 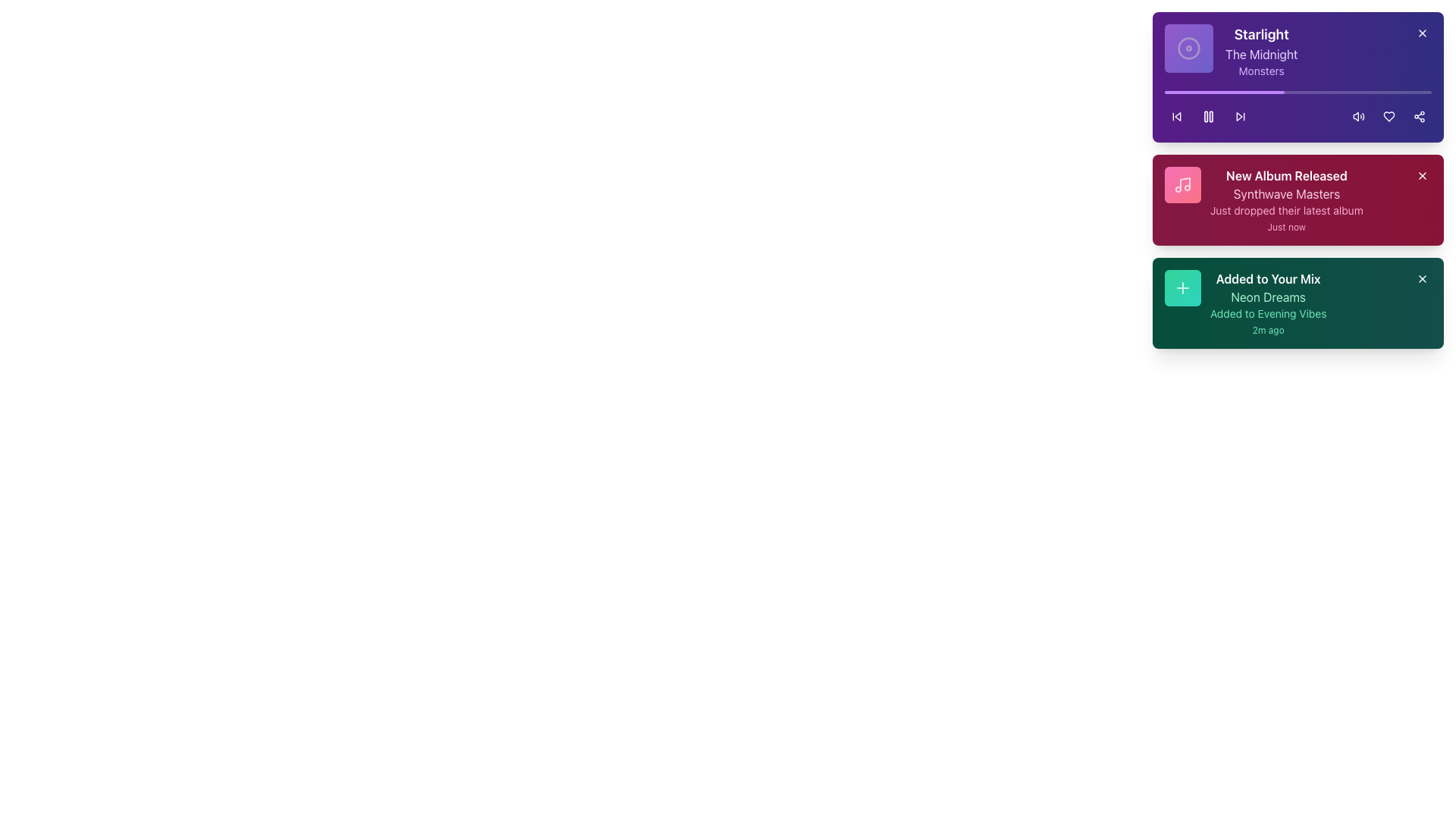 What do you see at coordinates (1422, 278) in the screenshot?
I see `the circular close button with an 'X' icon located in the top-right corner of the green notification card titled 'Added to Your Mix'` at bounding box center [1422, 278].